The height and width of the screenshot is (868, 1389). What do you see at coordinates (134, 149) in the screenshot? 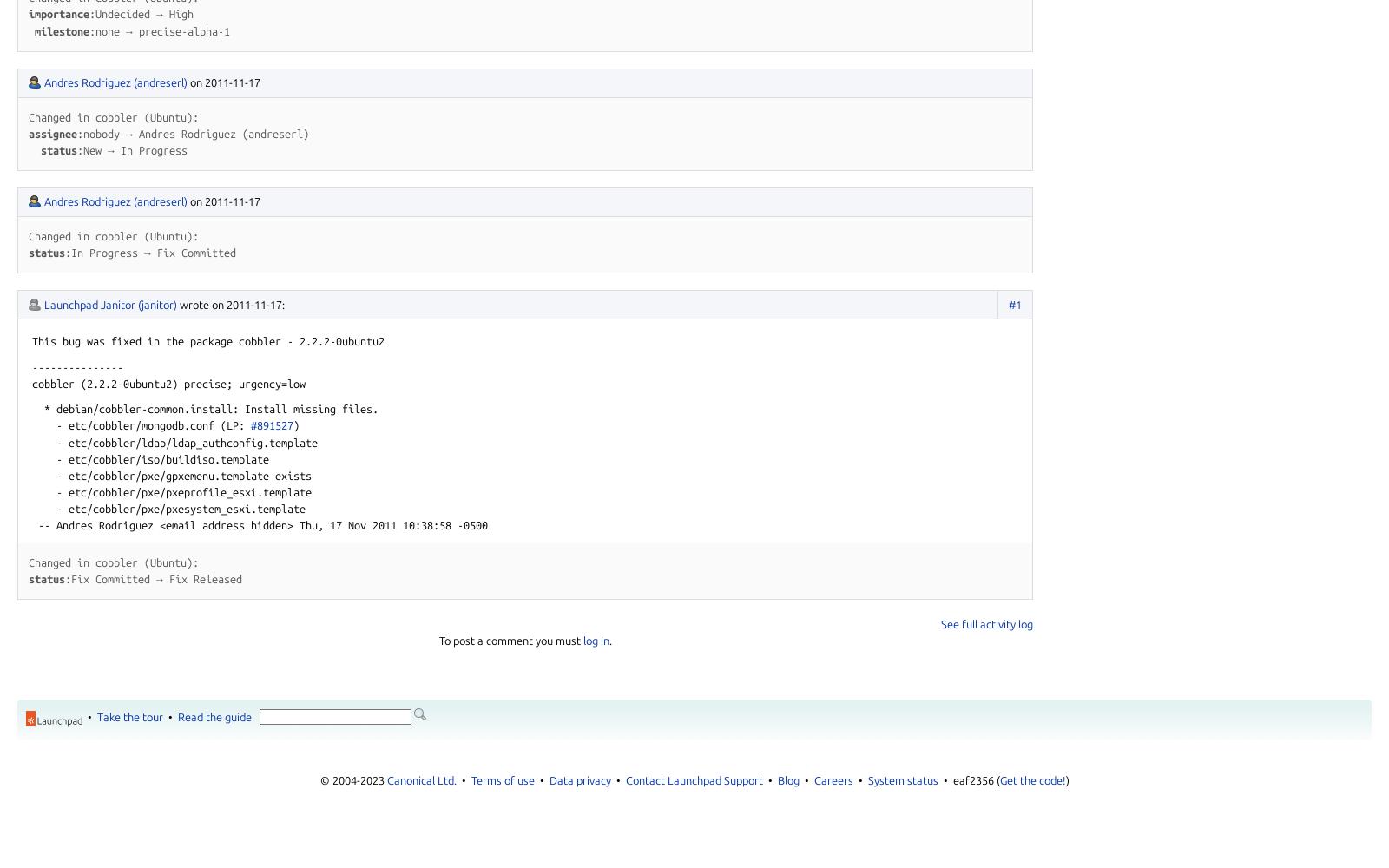
I see `'New → In Progress'` at bounding box center [134, 149].